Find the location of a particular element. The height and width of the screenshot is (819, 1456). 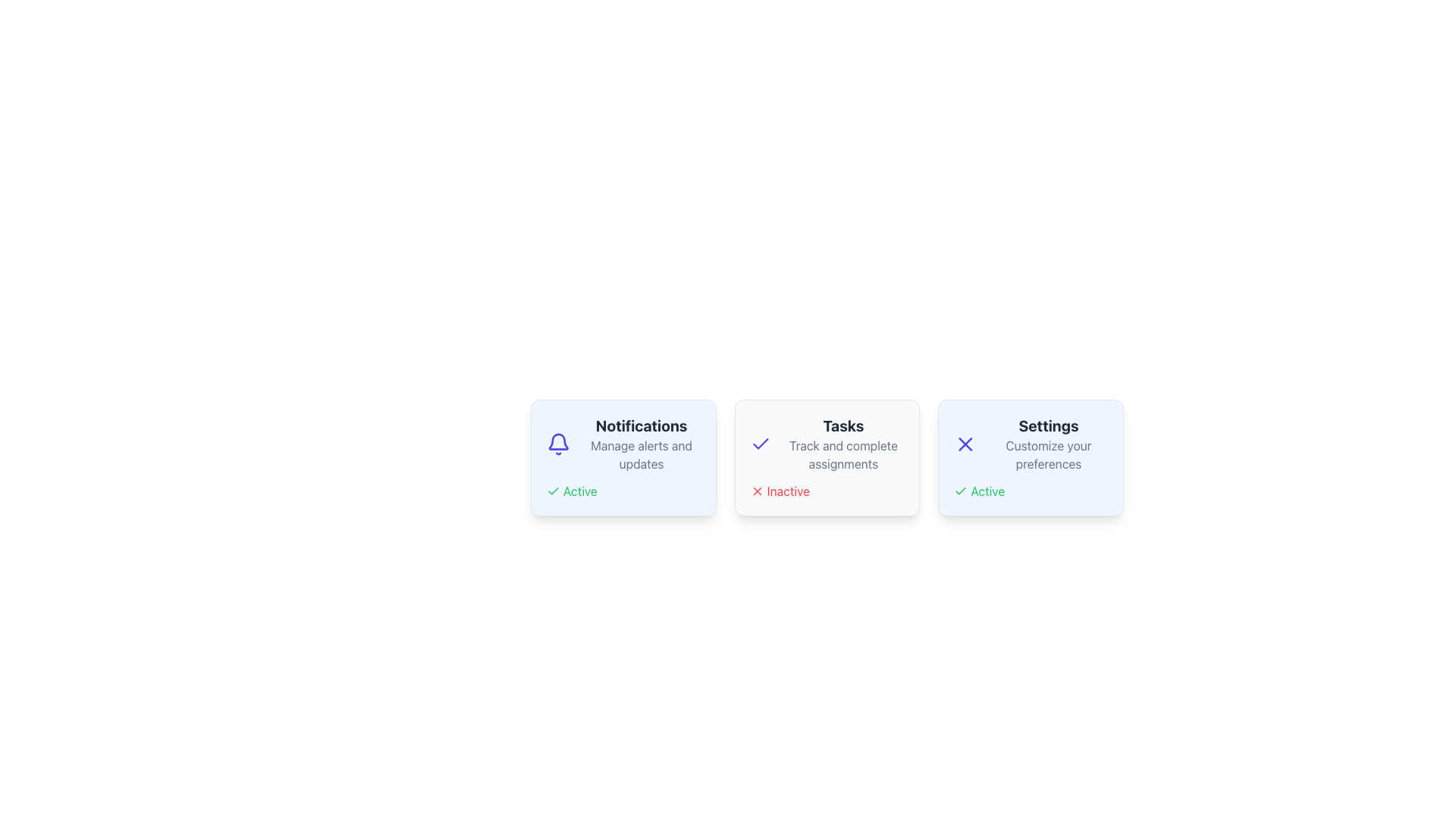

text content of the label displaying 'Manage alerts and updates' which is located beneath the 'Notifications' title in a card with a light blue background is located at coordinates (642, 454).